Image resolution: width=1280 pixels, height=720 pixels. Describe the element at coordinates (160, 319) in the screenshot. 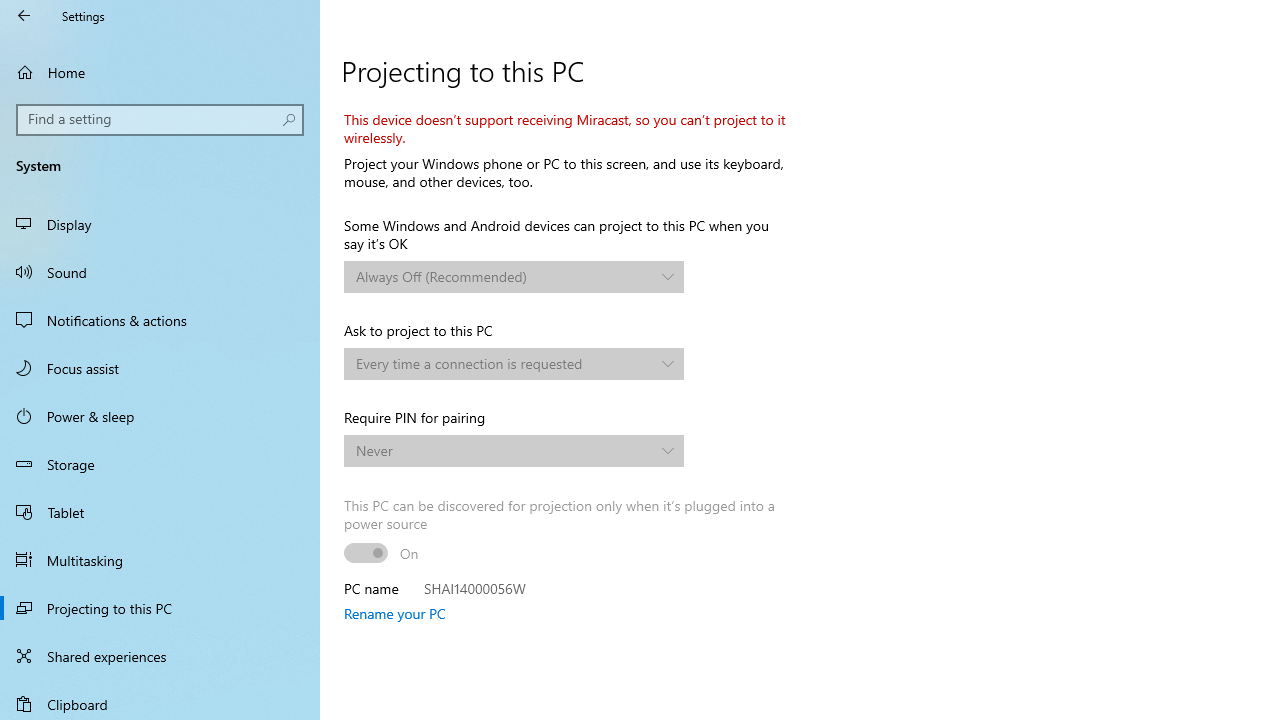

I see `'Notifications & actions'` at that location.